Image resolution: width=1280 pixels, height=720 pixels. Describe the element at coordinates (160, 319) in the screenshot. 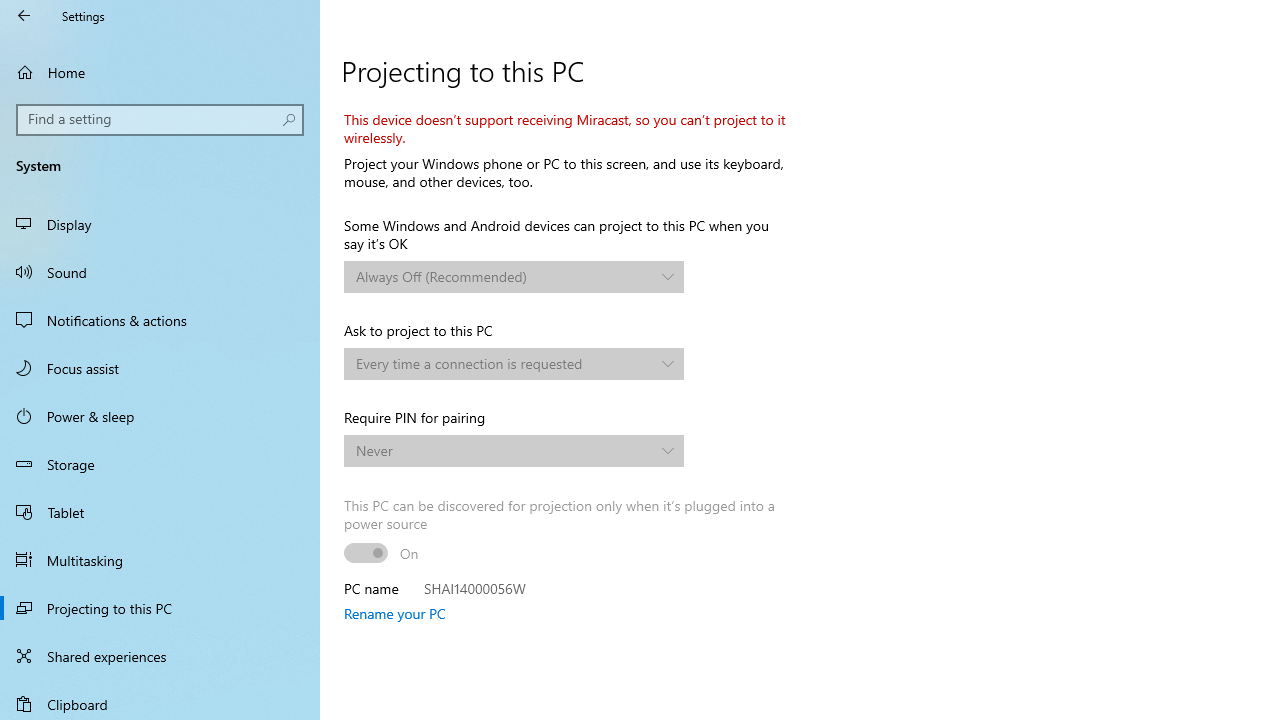

I see `'Notifications & actions'` at that location.